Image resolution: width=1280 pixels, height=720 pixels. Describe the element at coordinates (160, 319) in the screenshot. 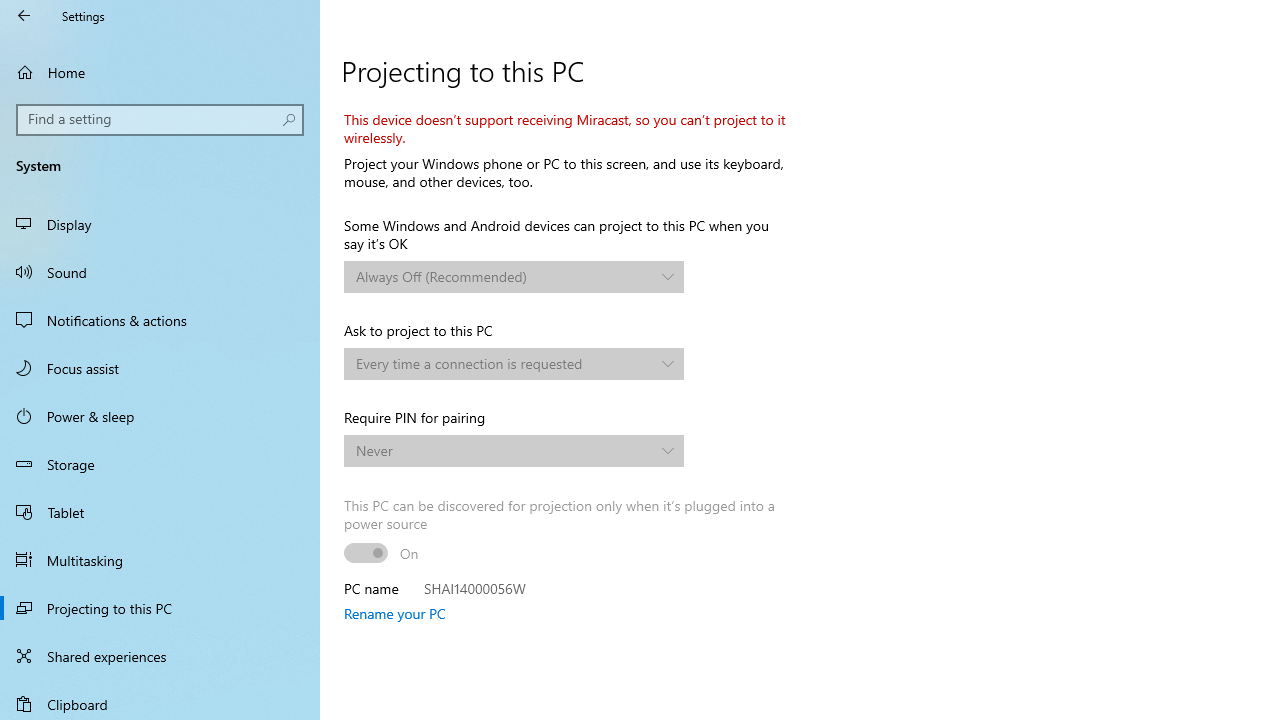

I see `'Notifications & actions'` at that location.